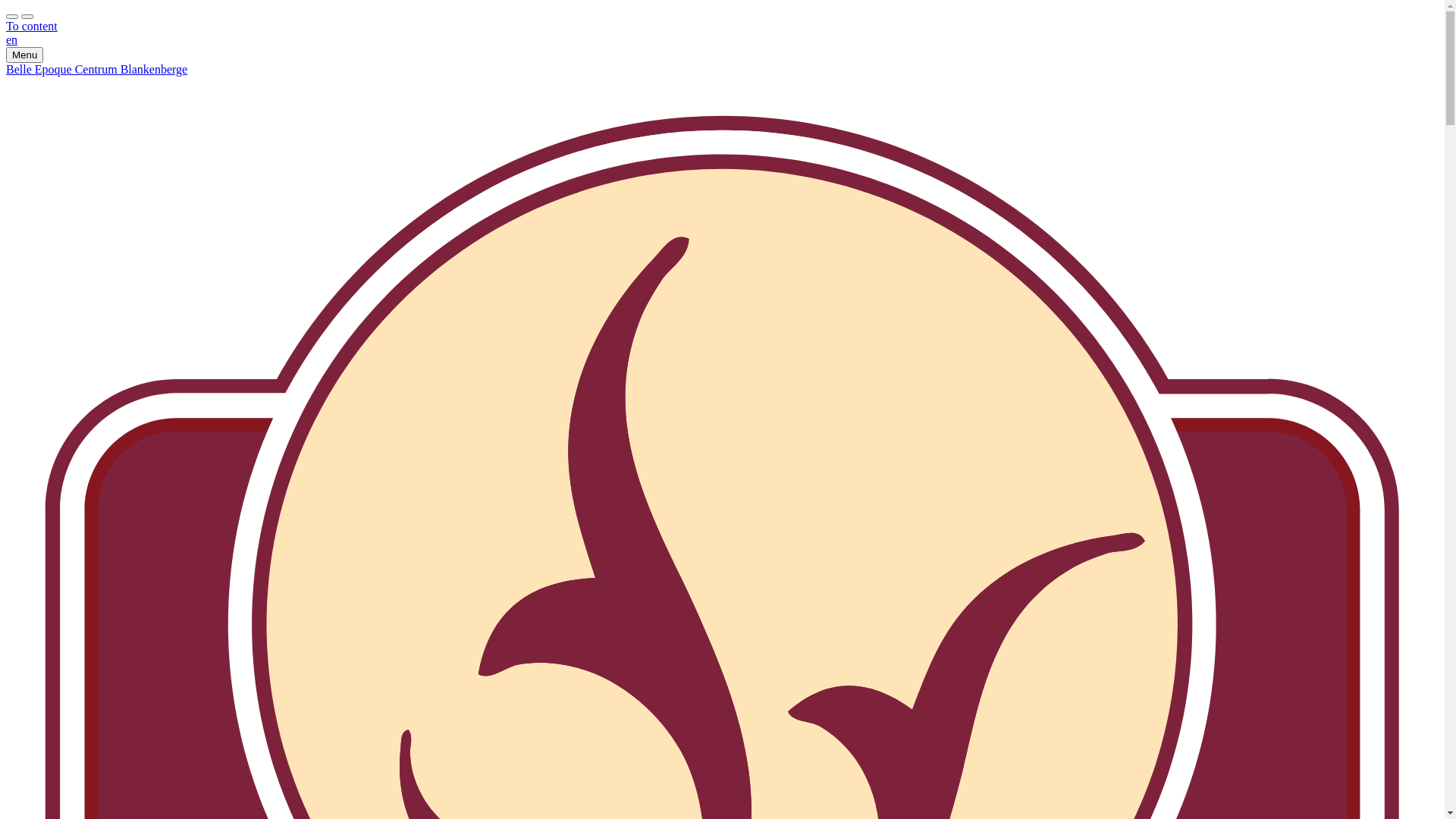 This screenshot has height=819, width=1456. I want to click on 'en', so click(11, 39).